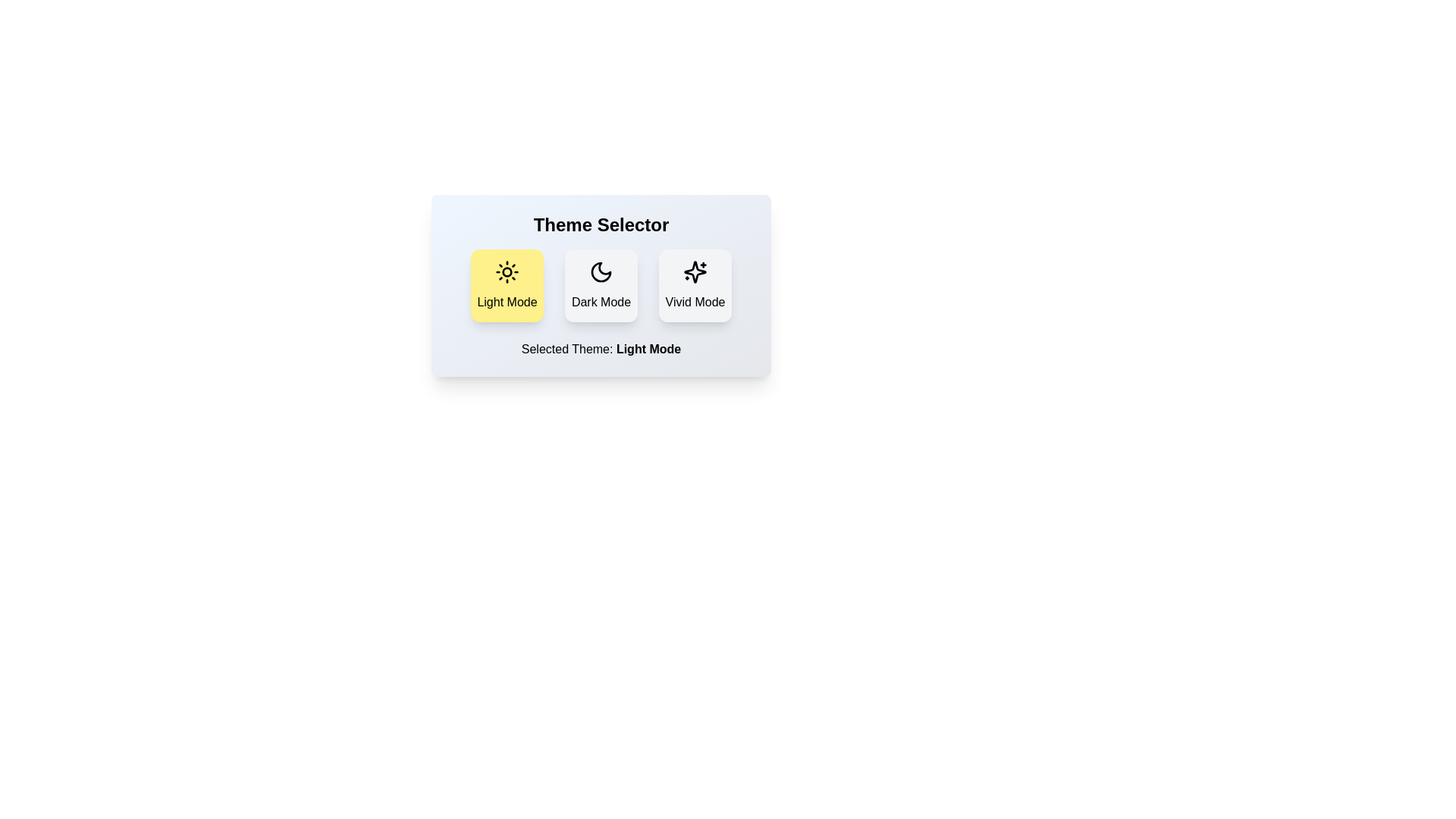  Describe the element at coordinates (600, 286) in the screenshot. I see `the theme by clicking on the corresponding button: Dark Mode` at that location.